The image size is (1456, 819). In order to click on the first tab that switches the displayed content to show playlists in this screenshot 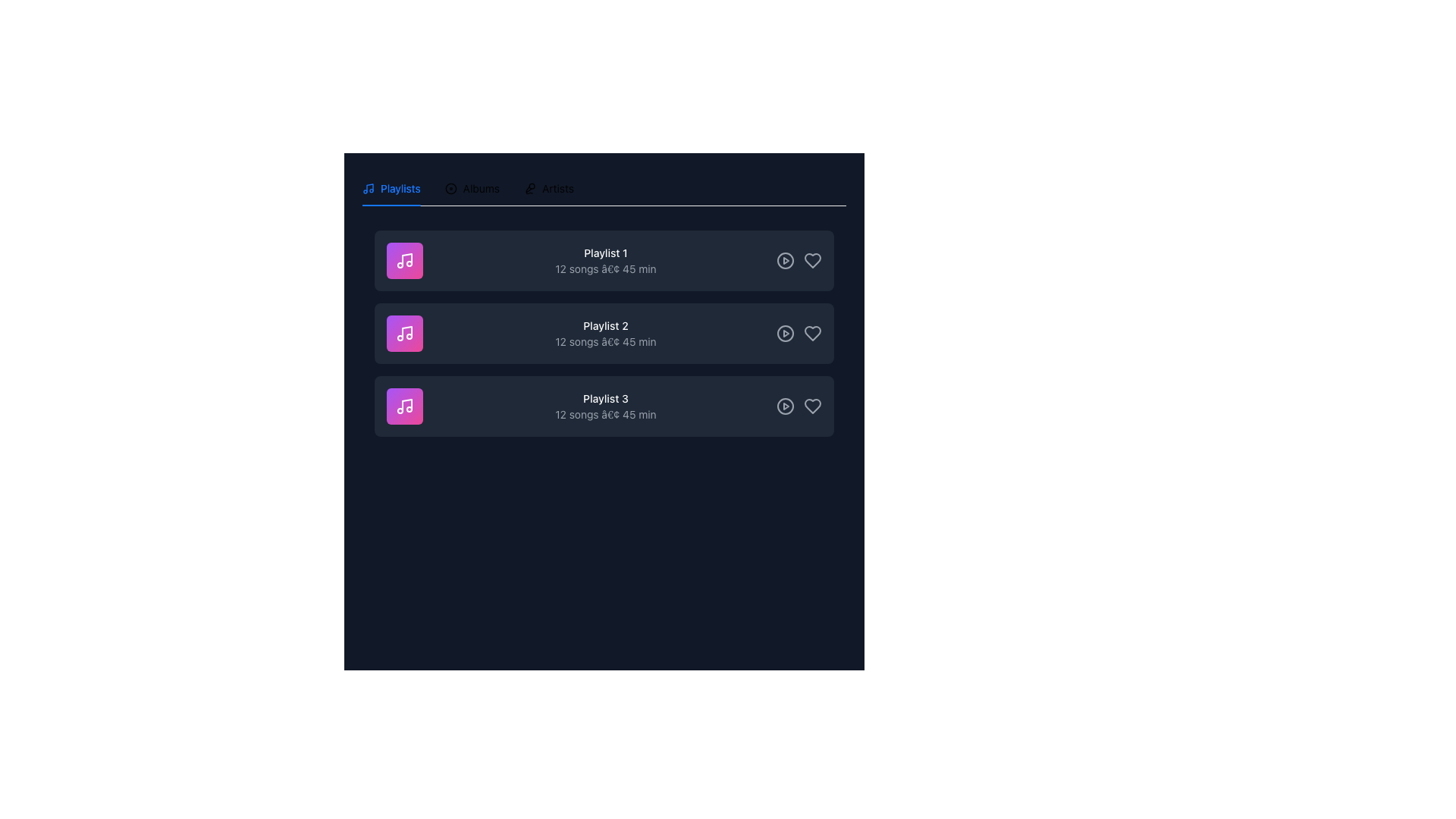, I will do `click(391, 188)`.